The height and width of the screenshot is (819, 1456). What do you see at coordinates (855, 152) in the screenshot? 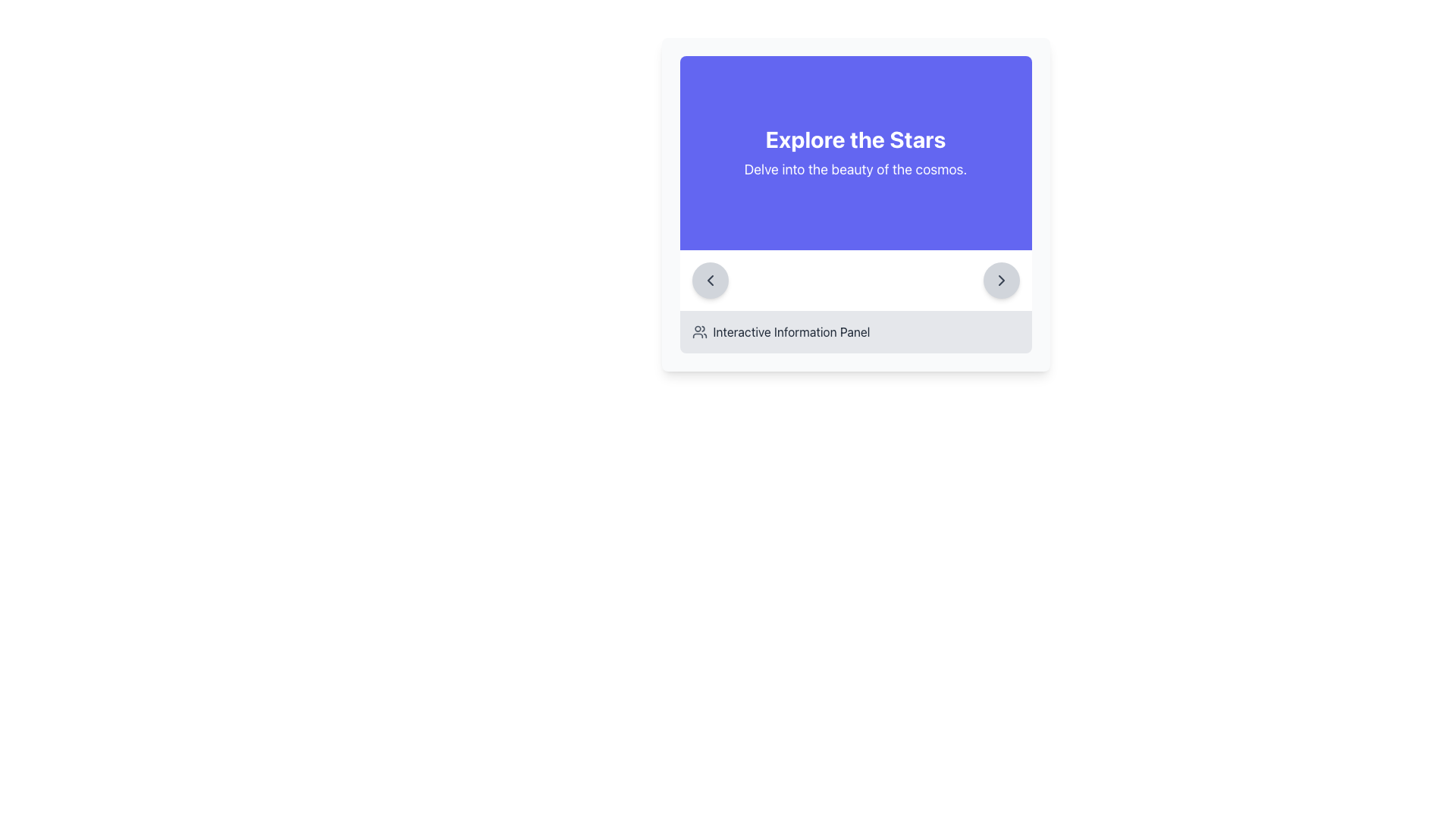
I see `the Decorative and textual header that features the bold white text 'Explore the Stars' and a smaller subtitle 'Delve into the beauty of the cosmos.'` at bounding box center [855, 152].